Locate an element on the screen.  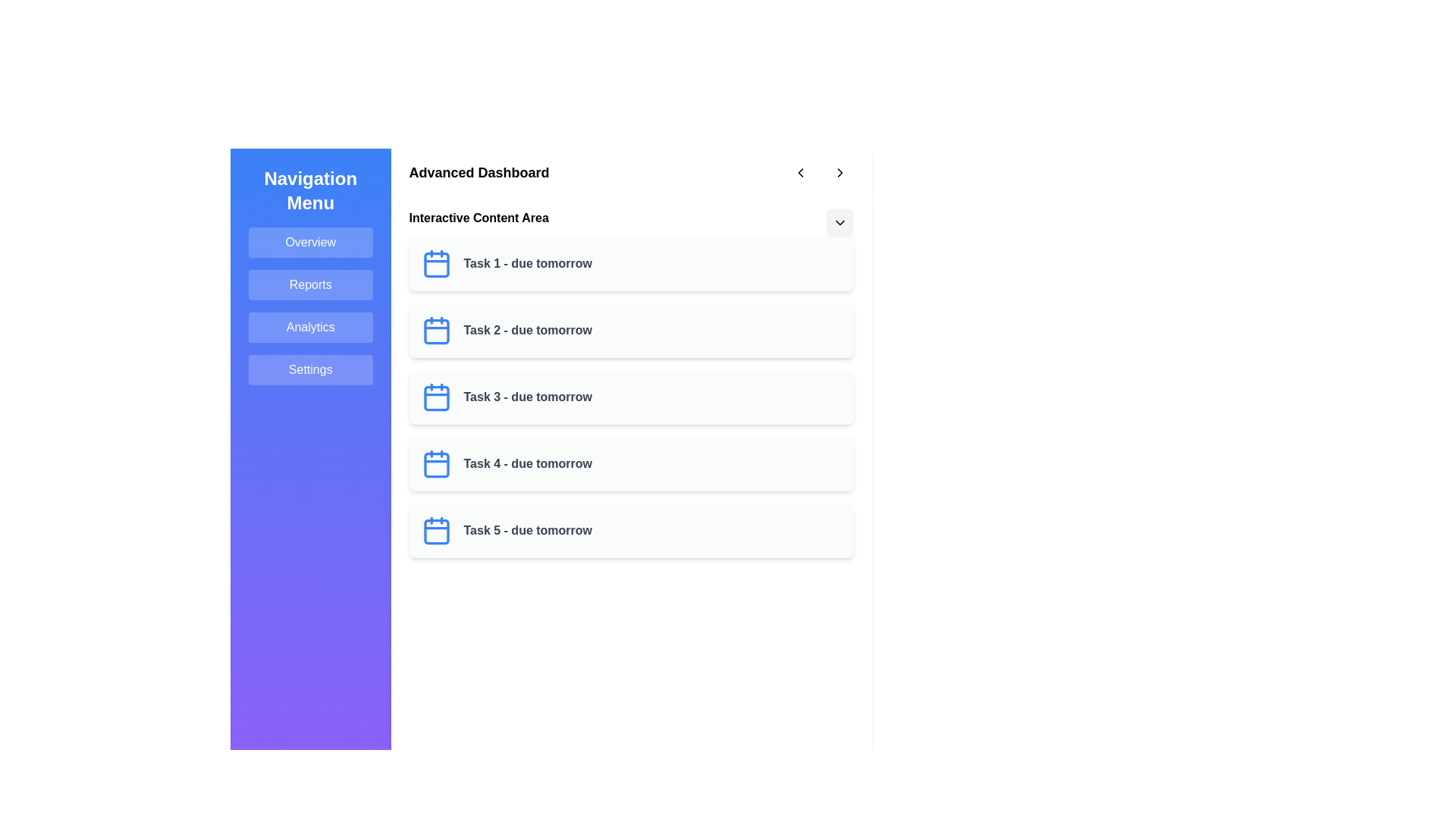
the 'Overview' button, which is a rectangular button with rounded corners and white text on a semi-transparent blue background, to trigger a visual change is located at coordinates (309, 242).